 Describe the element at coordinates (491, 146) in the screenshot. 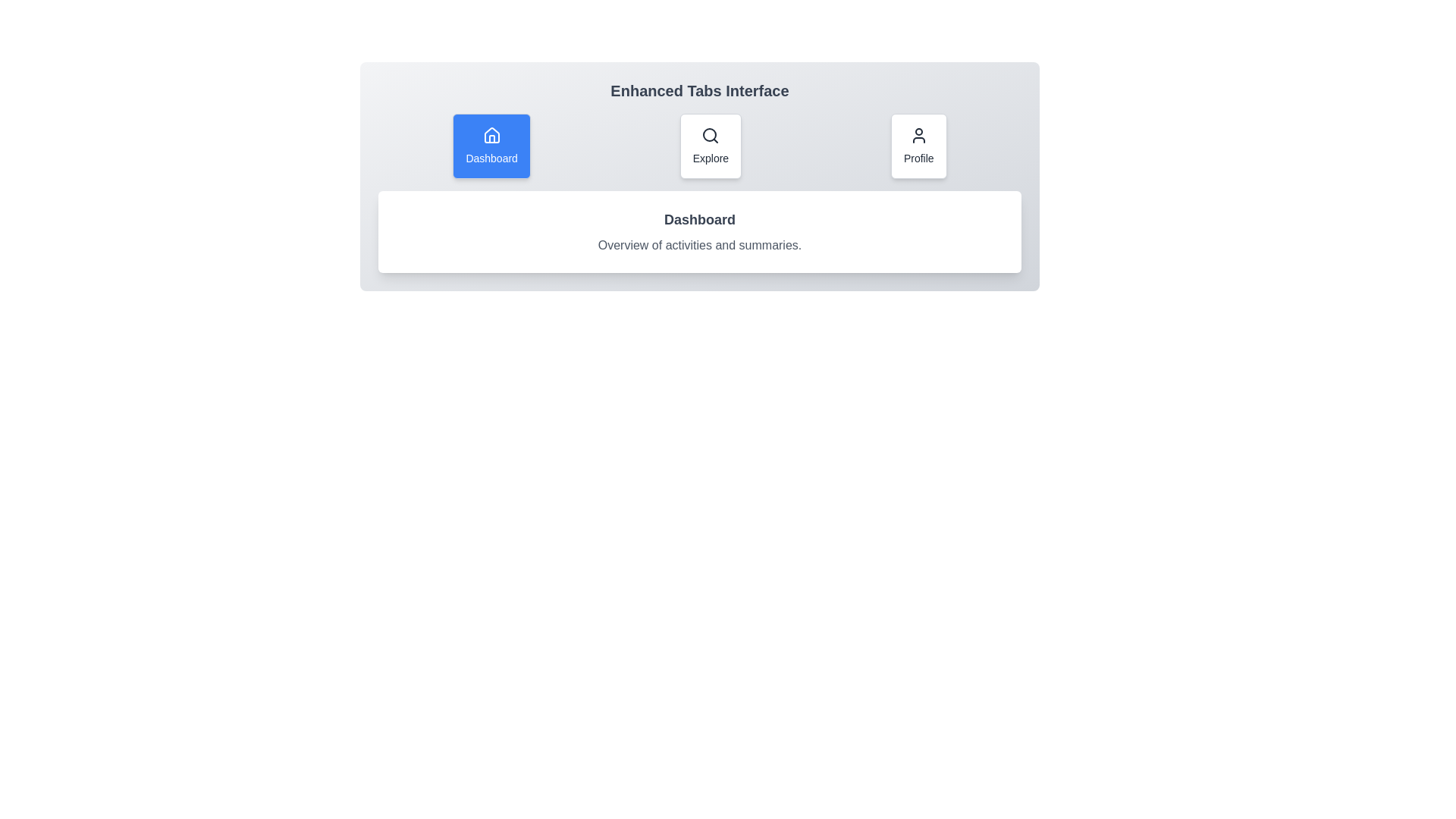

I see `the Dashboard tab to see its hover effect` at that location.